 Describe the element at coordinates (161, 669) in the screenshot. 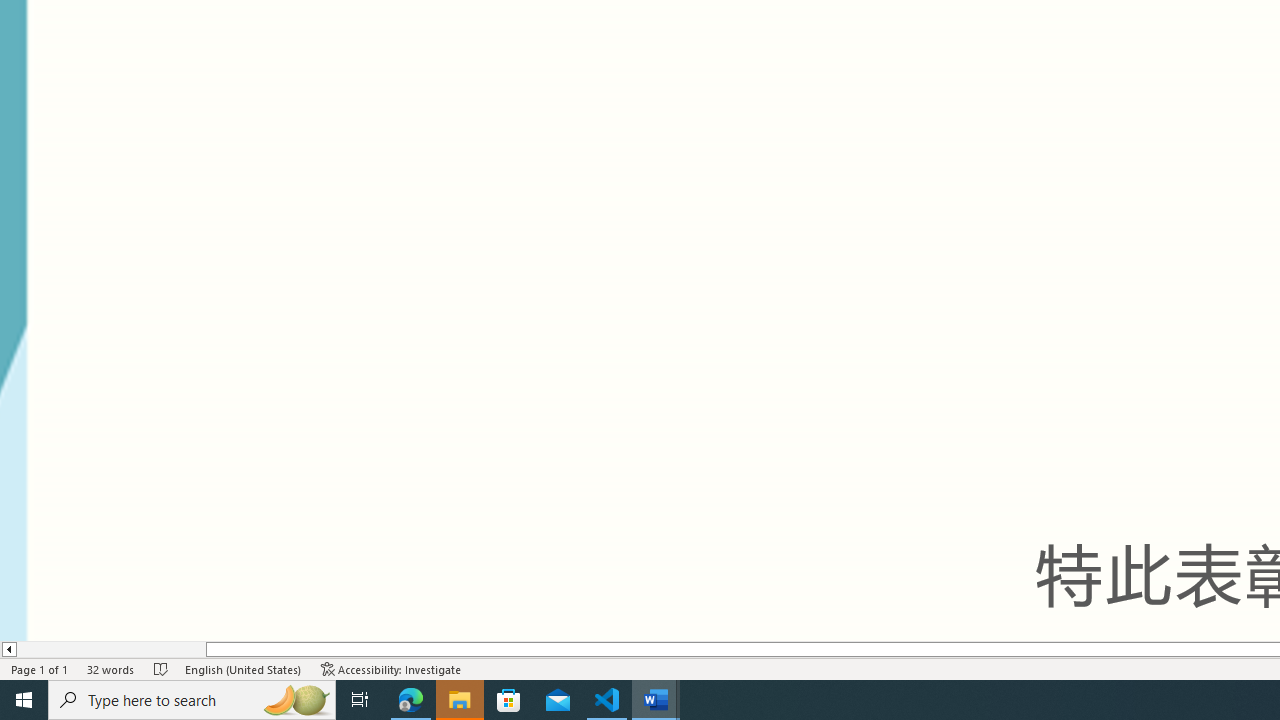

I see `'Spelling and Grammar Check No Errors'` at that location.